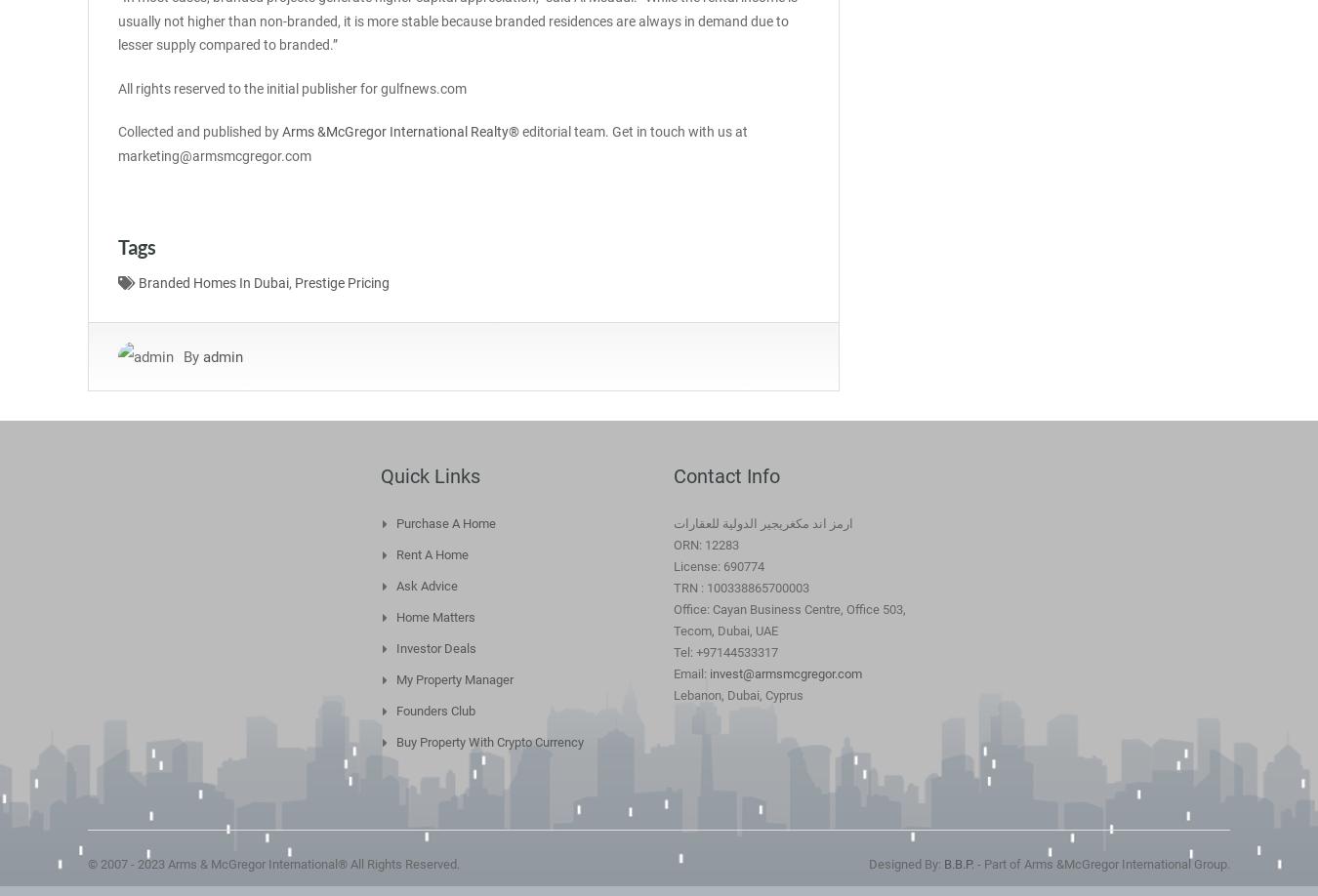 This screenshot has width=1318, height=896. Describe the element at coordinates (291, 280) in the screenshot. I see `','` at that location.